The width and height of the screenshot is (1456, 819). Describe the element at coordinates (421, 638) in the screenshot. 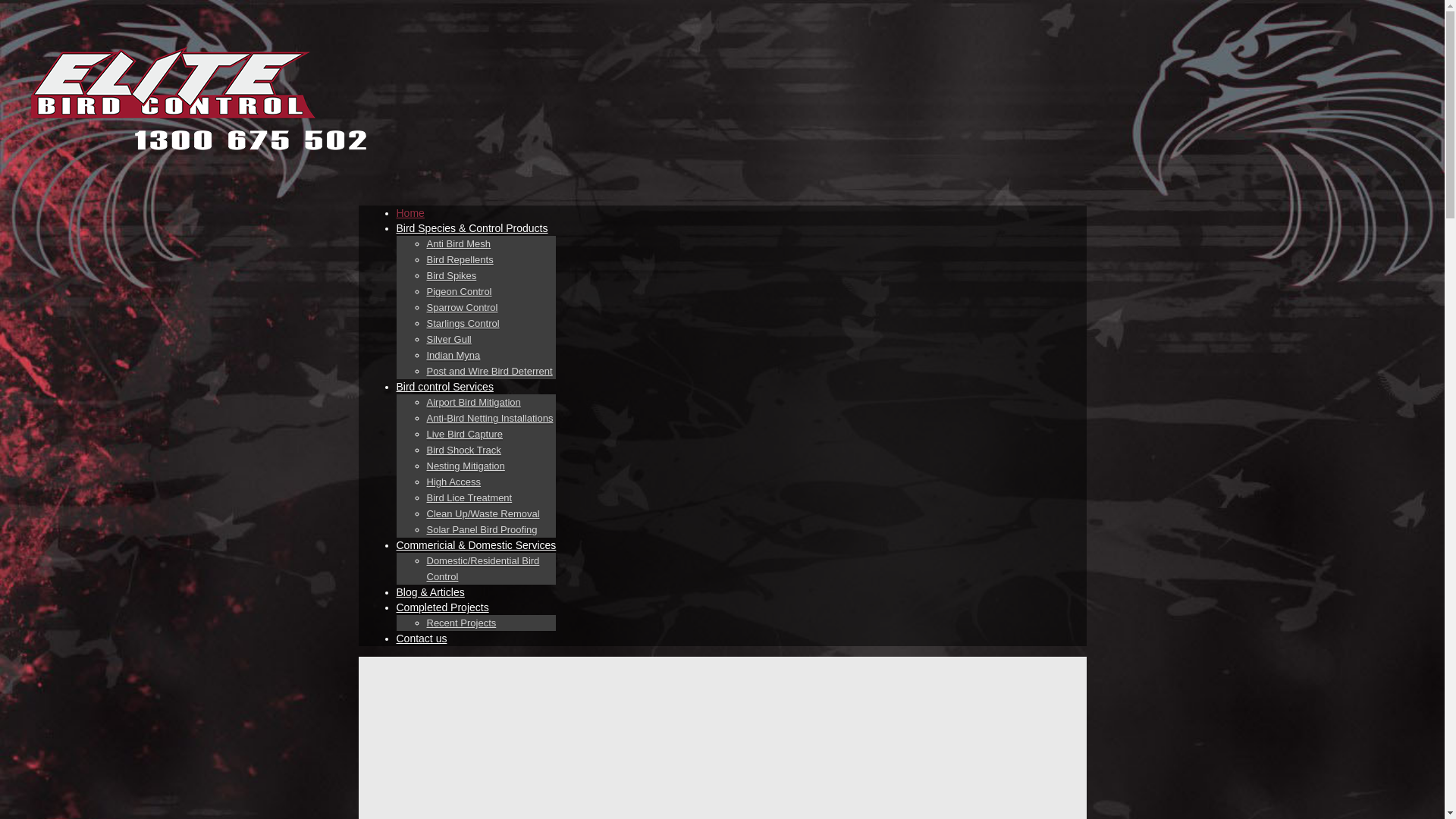

I see `'Contact us'` at that location.